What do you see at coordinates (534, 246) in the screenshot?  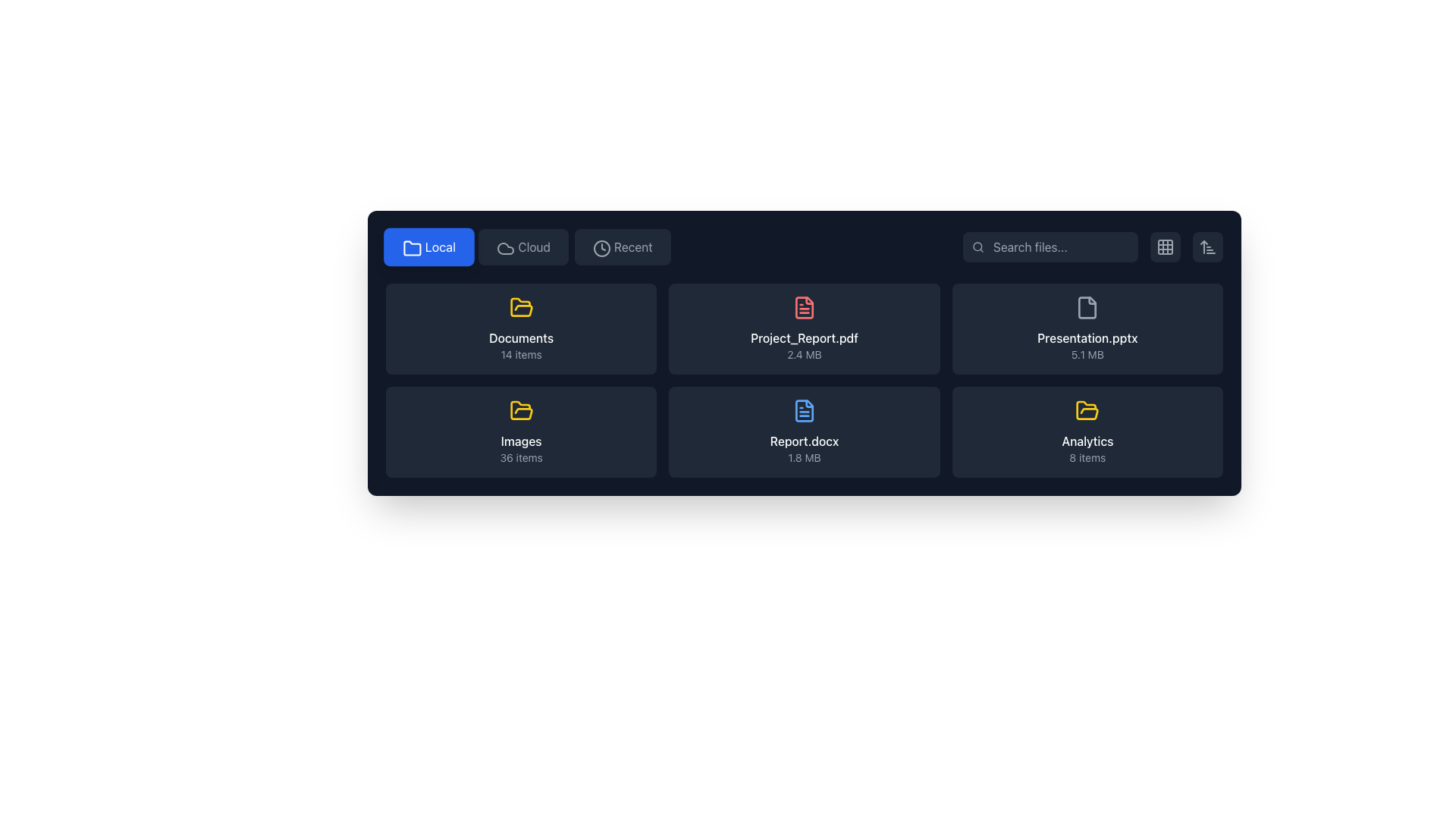 I see `the button labeled 'Cloud'` at bounding box center [534, 246].